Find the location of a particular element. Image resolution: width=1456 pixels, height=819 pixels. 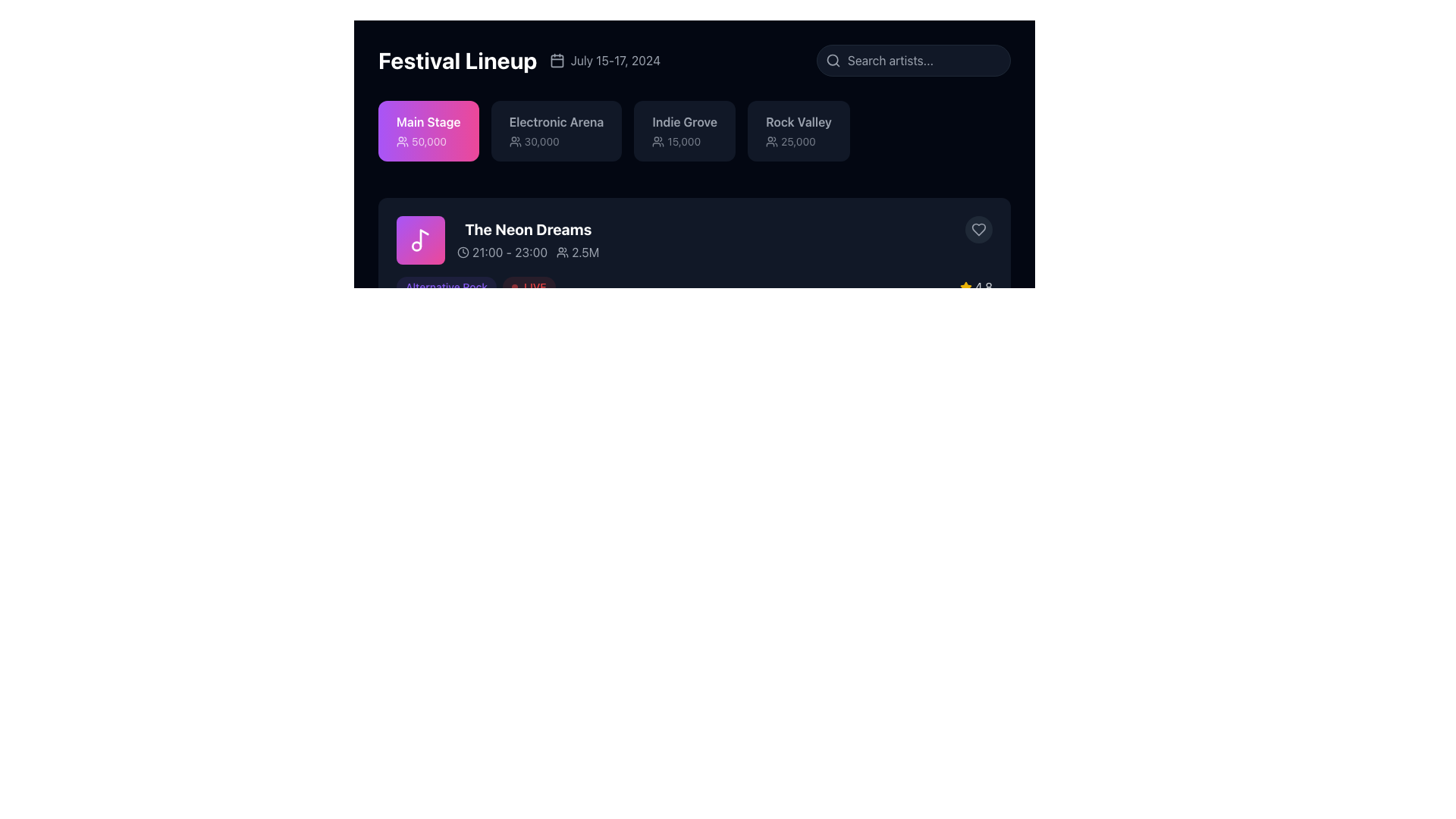

the static text label indicating the date or duration of the event, located in the top-middle section of the interface, to the right of the calendar icon is located at coordinates (615, 60).